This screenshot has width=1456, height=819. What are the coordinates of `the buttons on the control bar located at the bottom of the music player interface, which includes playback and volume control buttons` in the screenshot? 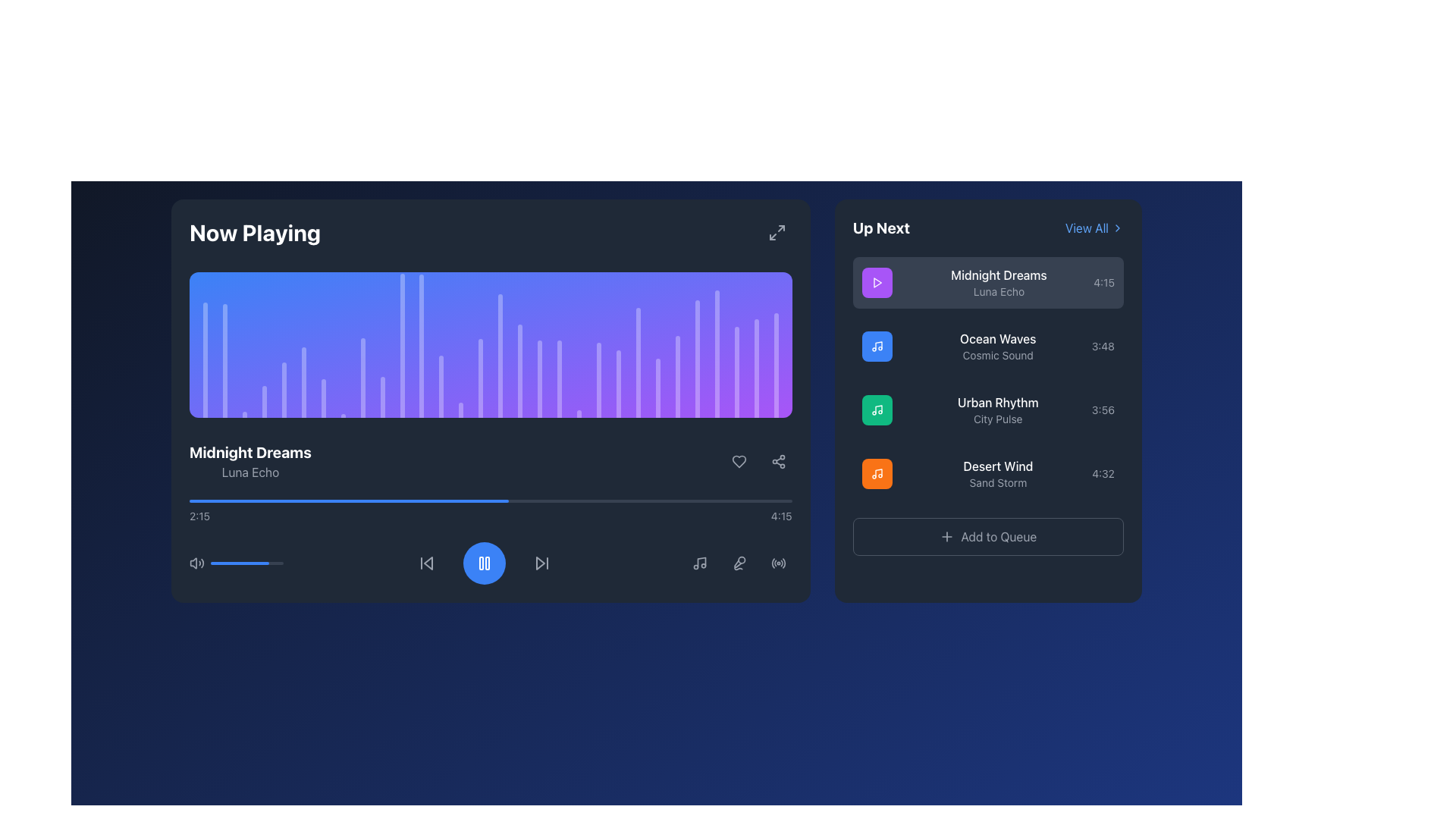 It's located at (491, 563).